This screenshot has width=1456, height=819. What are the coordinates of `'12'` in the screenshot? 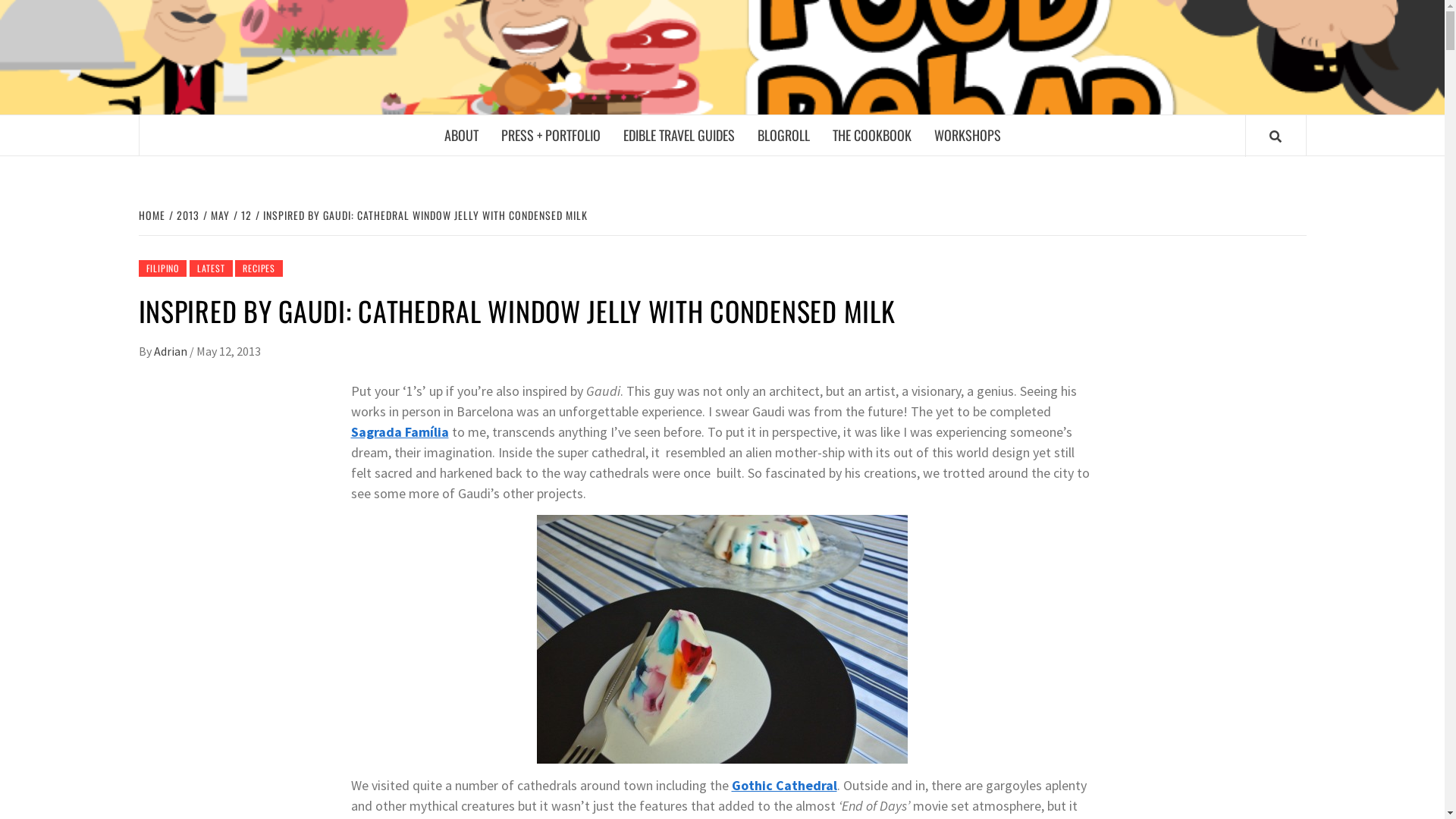 It's located at (244, 215).